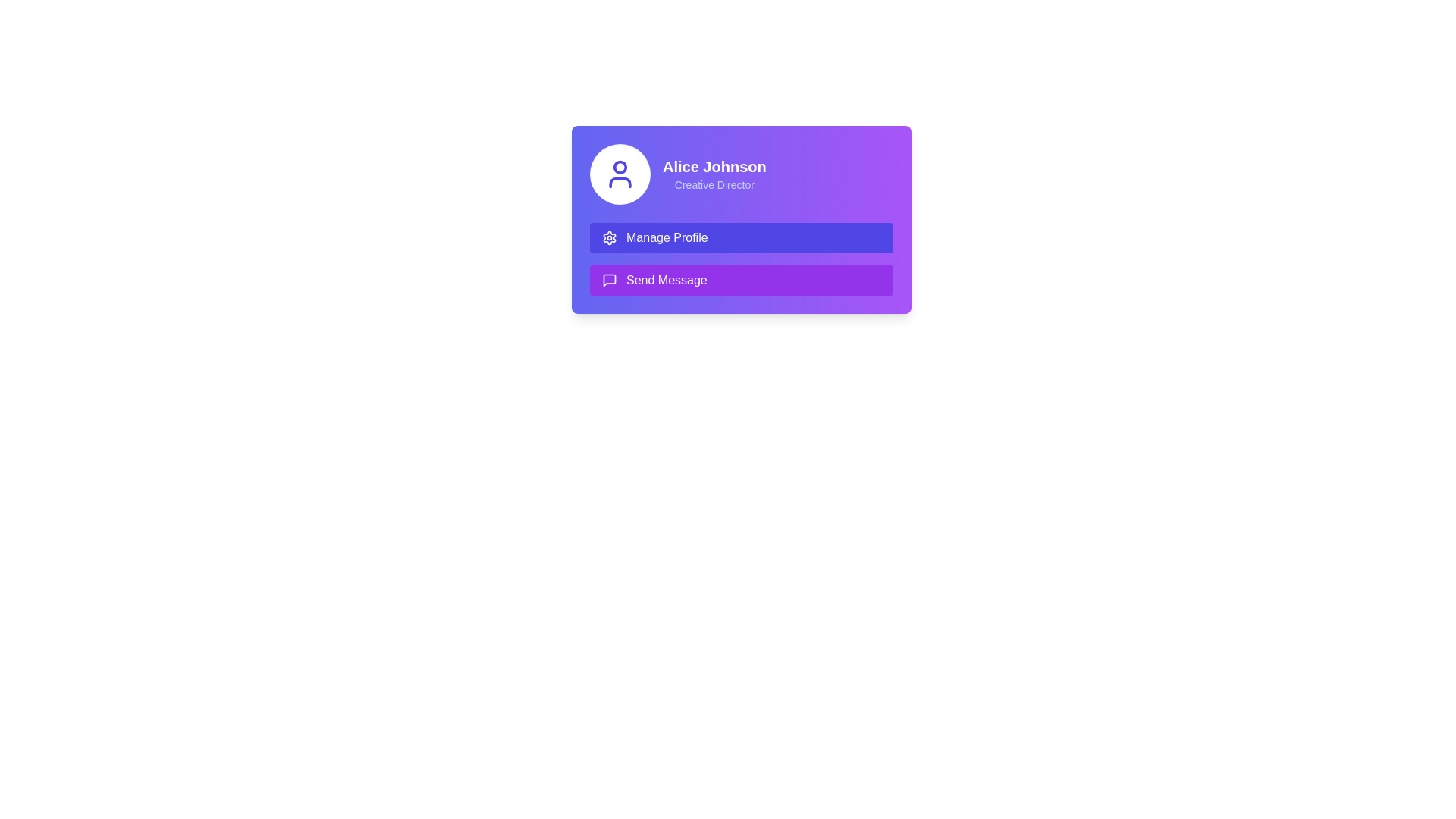 The width and height of the screenshot is (1456, 819). Describe the element at coordinates (610, 281) in the screenshot. I see `the 'Send Message' icon that visually represents the message functionality, located within the button below the 'Manage Profile' button` at that location.